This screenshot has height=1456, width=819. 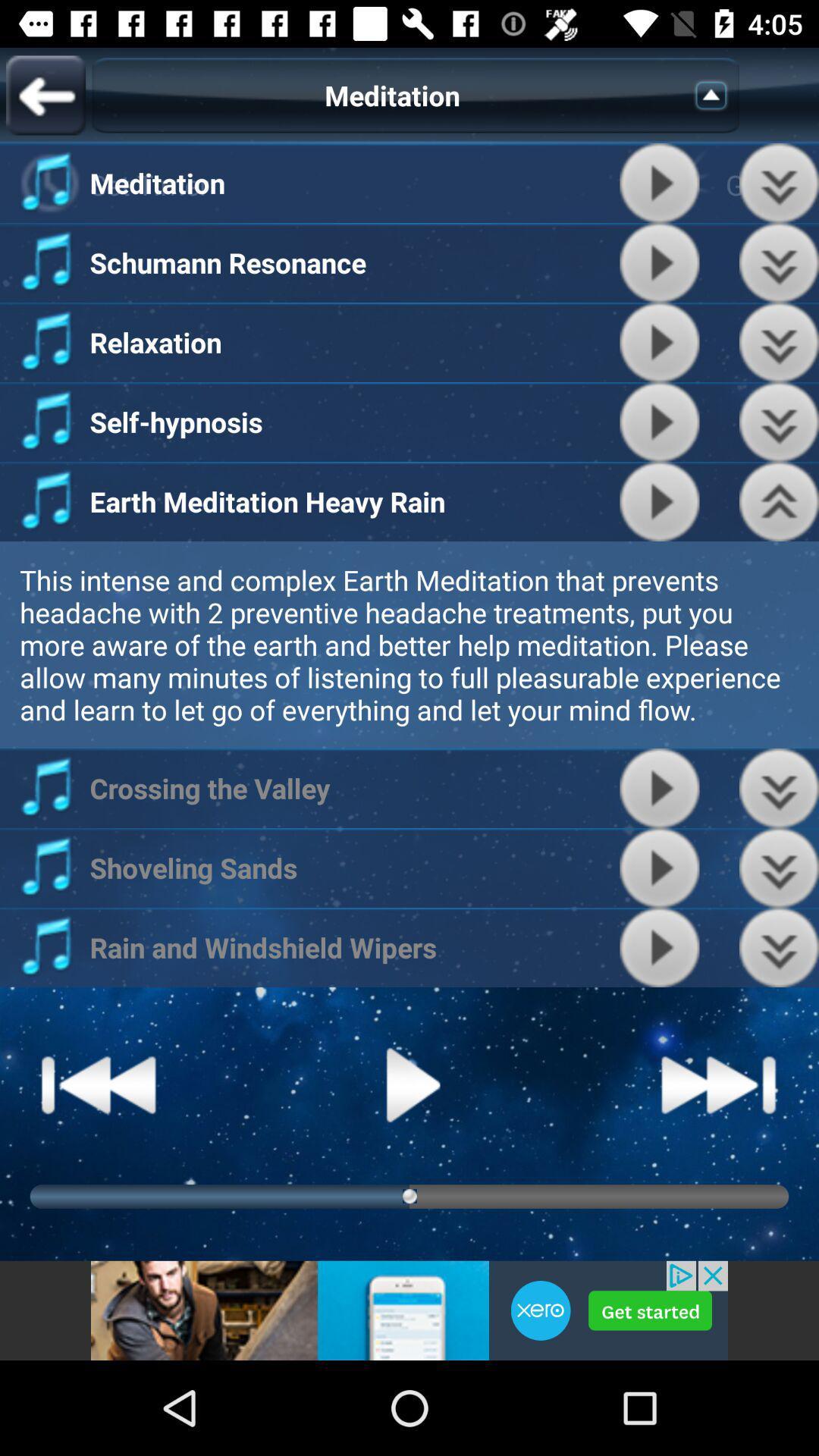 What do you see at coordinates (659, 501) in the screenshot?
I see `click start` at bounding box center [659, 501].